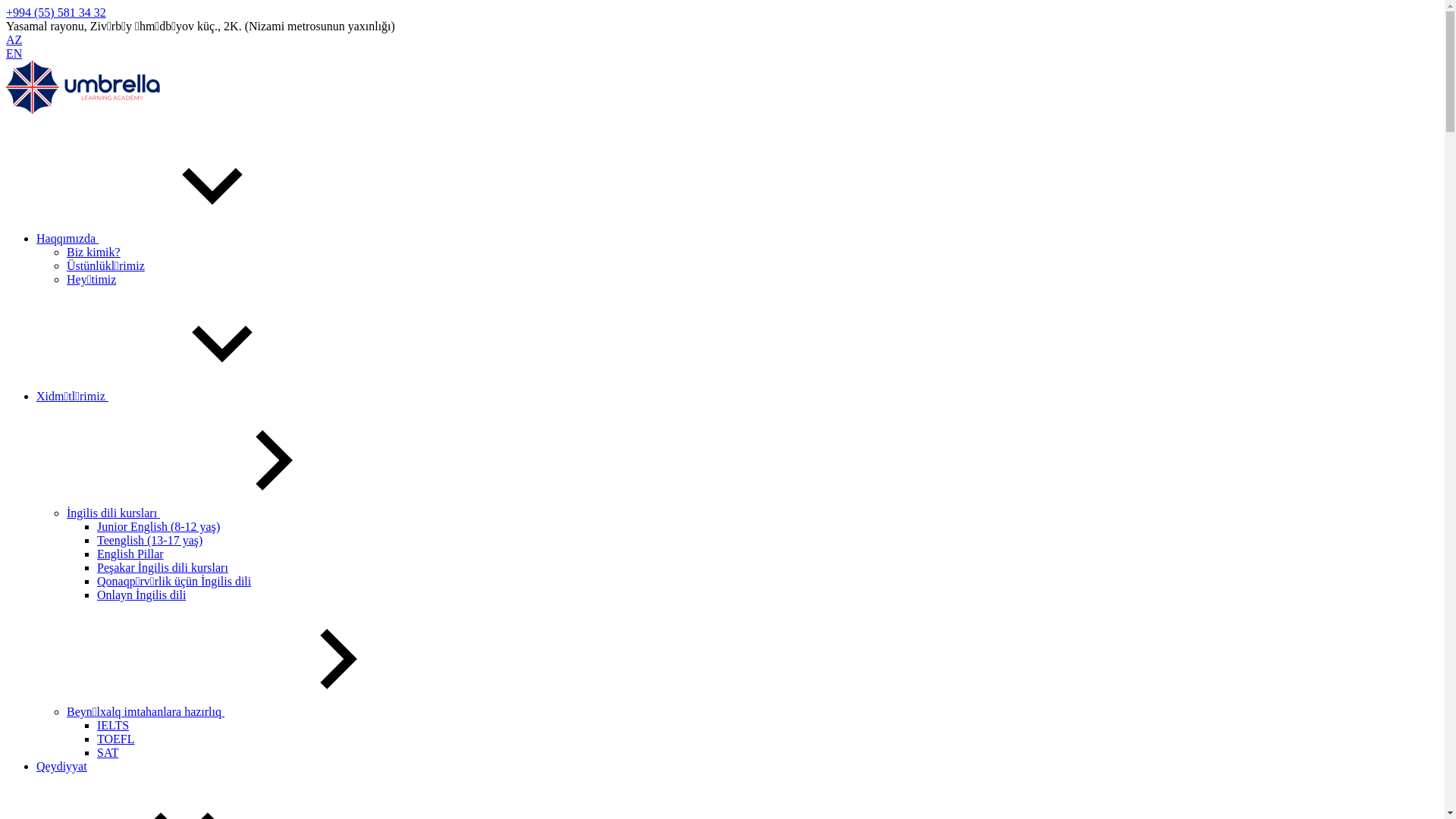 The image size is (1456, 819). Describe the element at coordinates (96, 752) in the screenshot. I see `'SAT'` at that location.